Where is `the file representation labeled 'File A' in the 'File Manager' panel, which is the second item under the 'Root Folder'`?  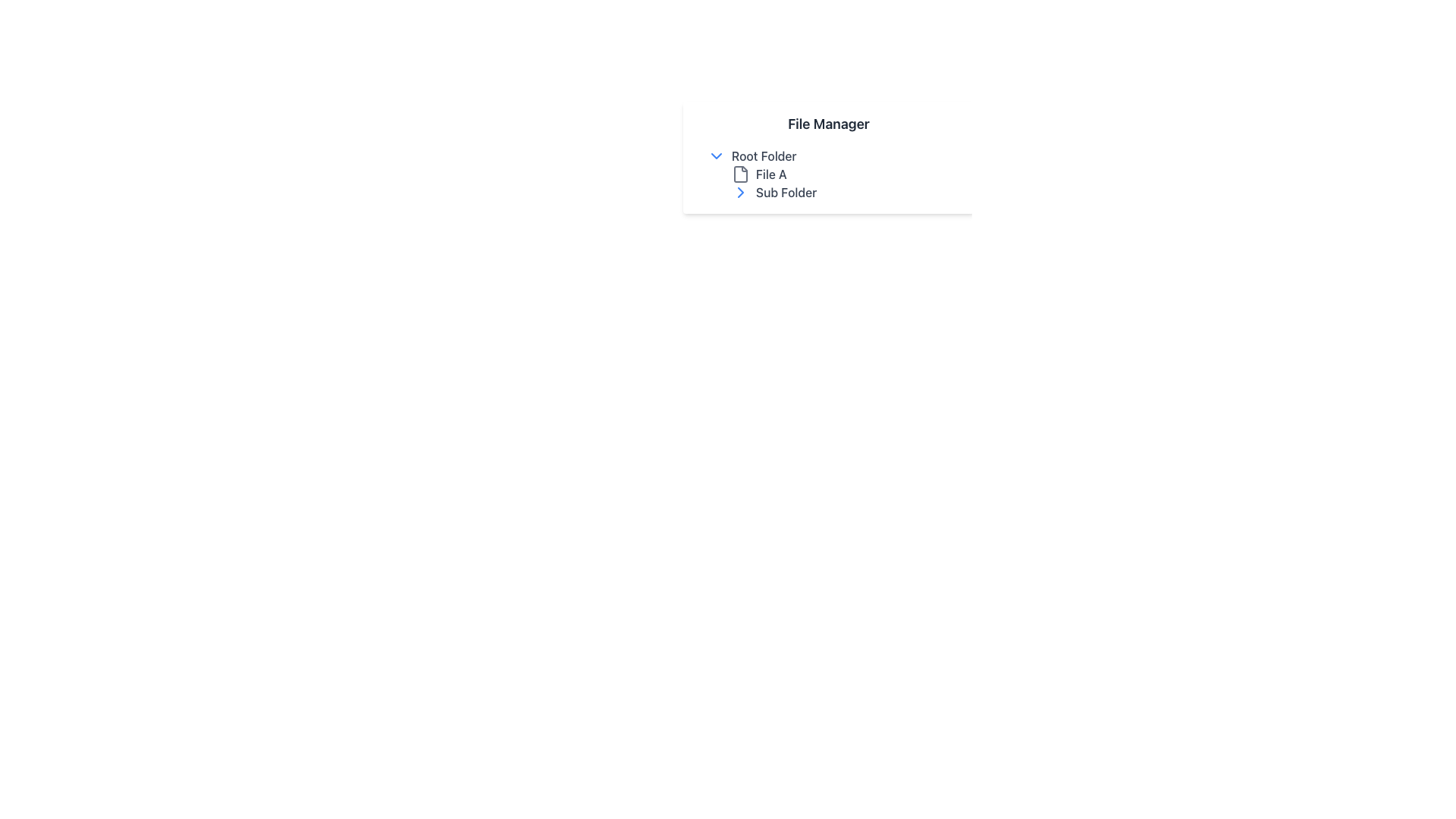 the file representation labeled 'File A' in the 'File Manager' panel, which is the second item under the 'Root Folder' is located at coordinates (828, 174).